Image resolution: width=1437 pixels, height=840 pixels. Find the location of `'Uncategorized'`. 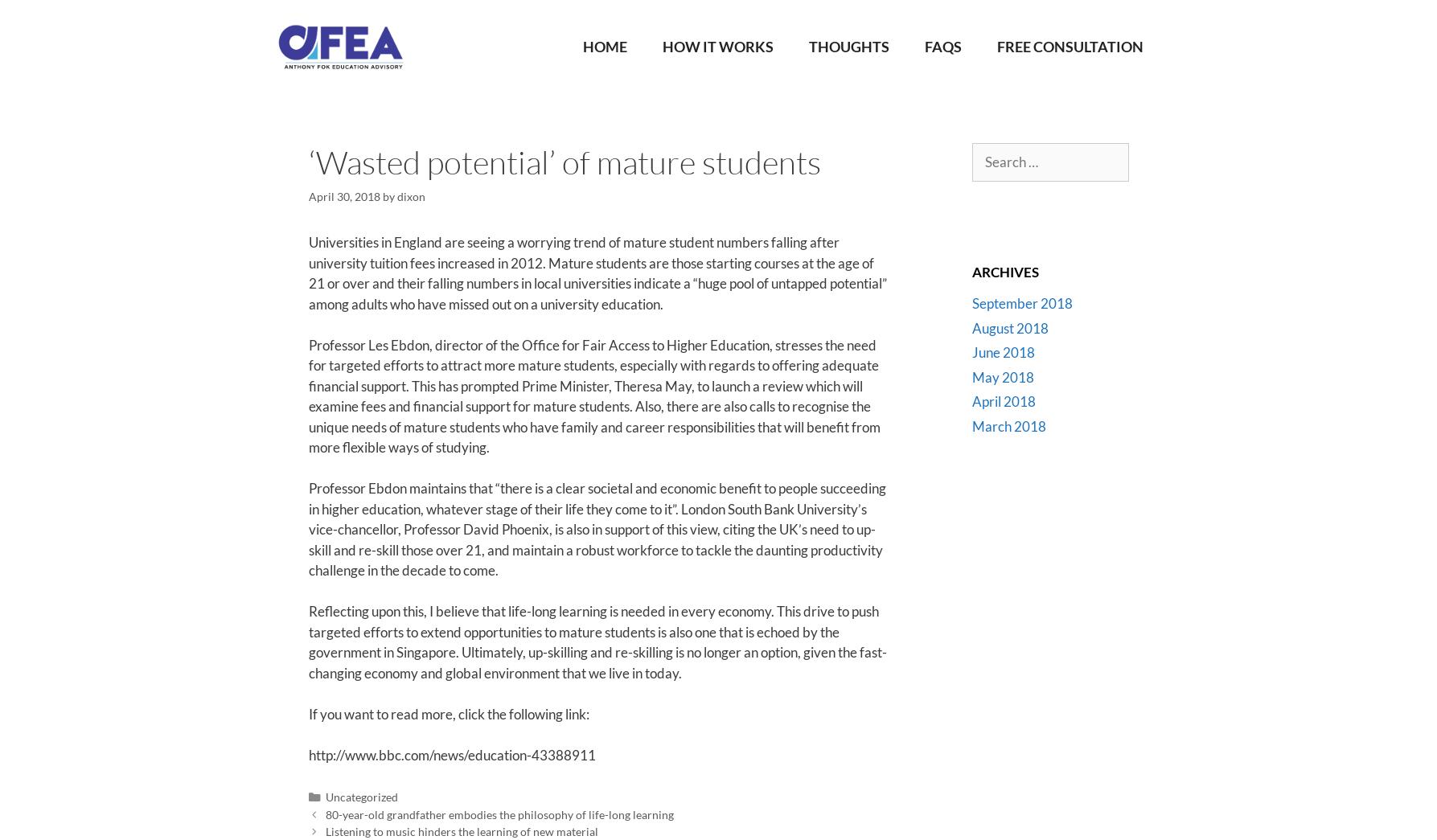

'Uncategorized' is located at coordinates (325, 797).